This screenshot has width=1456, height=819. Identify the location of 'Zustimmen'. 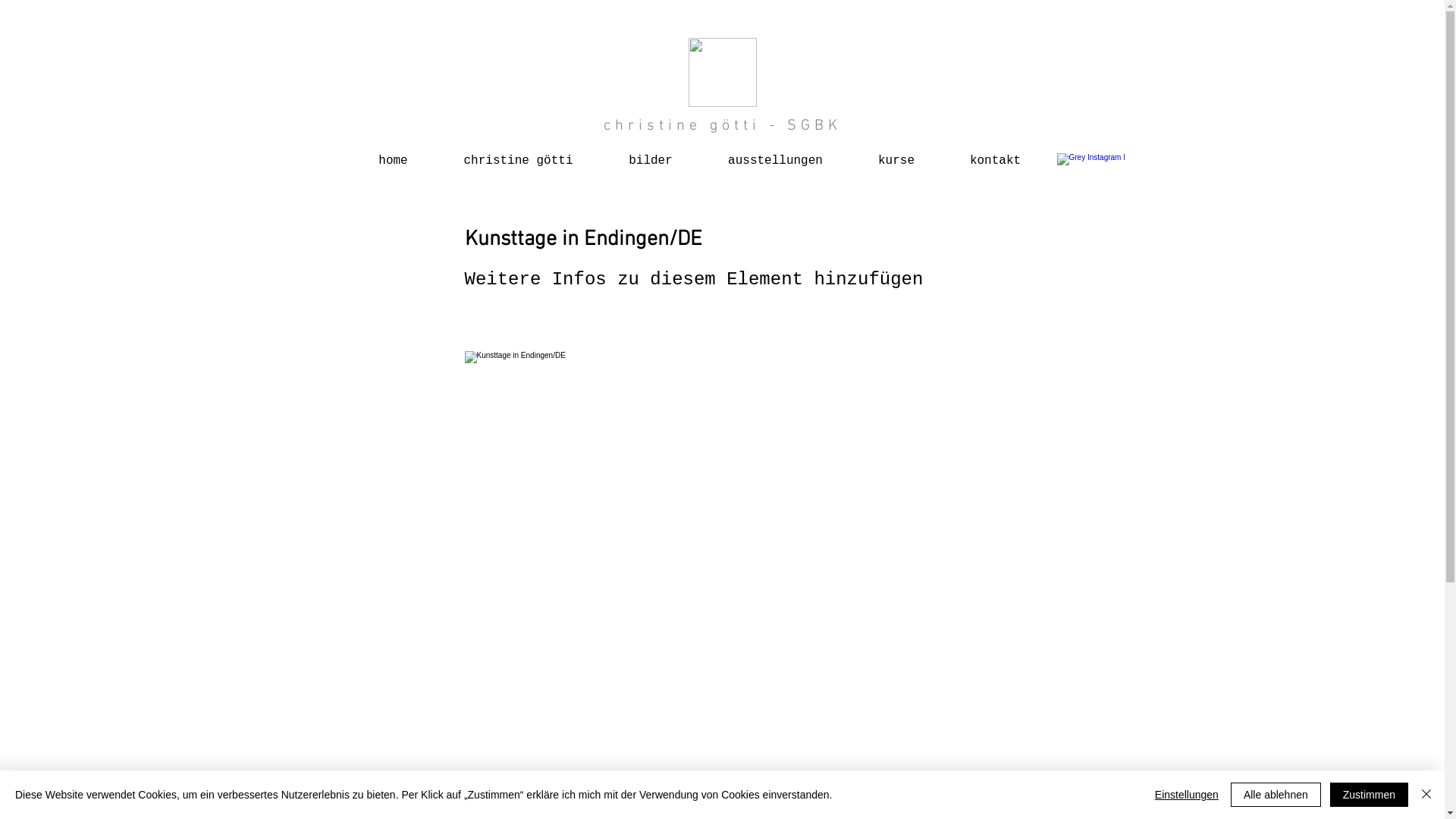
(1369, 794).